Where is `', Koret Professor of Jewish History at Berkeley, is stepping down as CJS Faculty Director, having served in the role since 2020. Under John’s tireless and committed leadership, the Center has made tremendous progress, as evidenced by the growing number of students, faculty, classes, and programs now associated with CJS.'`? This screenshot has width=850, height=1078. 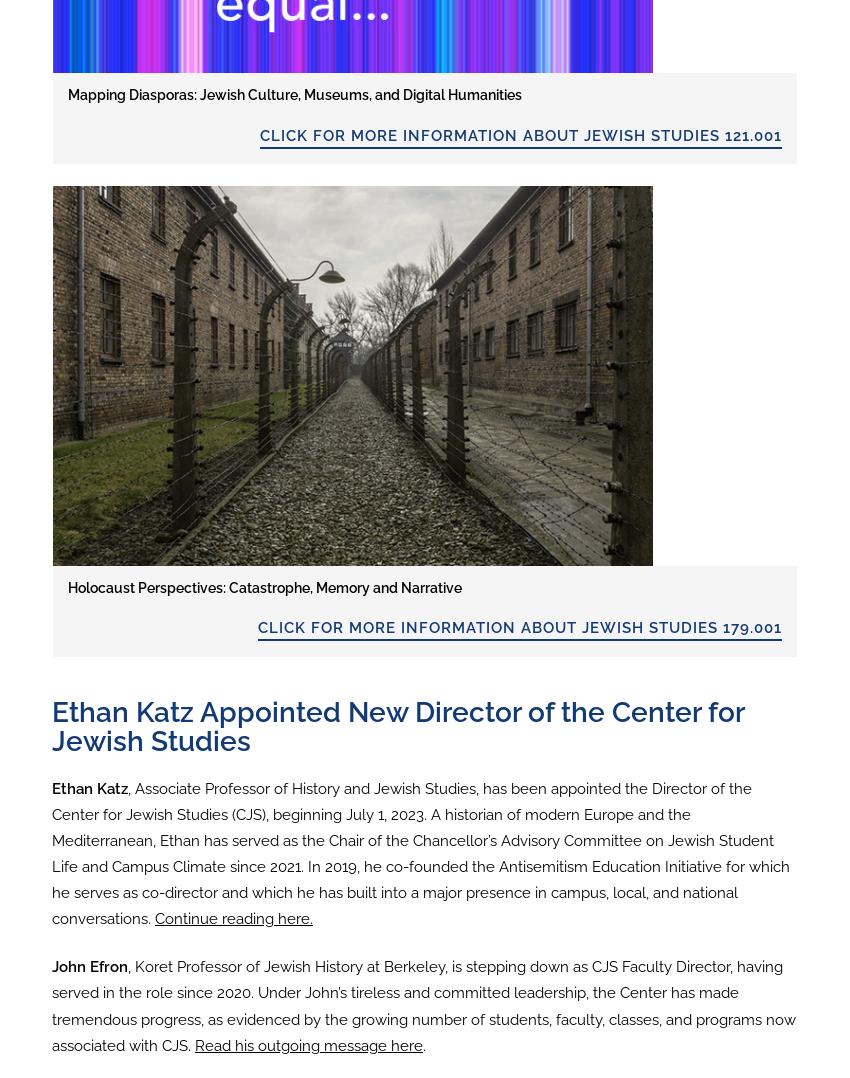
', Koret Professor of Jewish History at Berkeley, is stepping down as CJS Faculty Director, having served in the role since 2020. Under John’s tireless and committed leadership, the Center has made tremendous progress, as evidenced by the growing number of students, faculty, classes, and programs now associated with CJS.' is located at coordinates (423, 1004).